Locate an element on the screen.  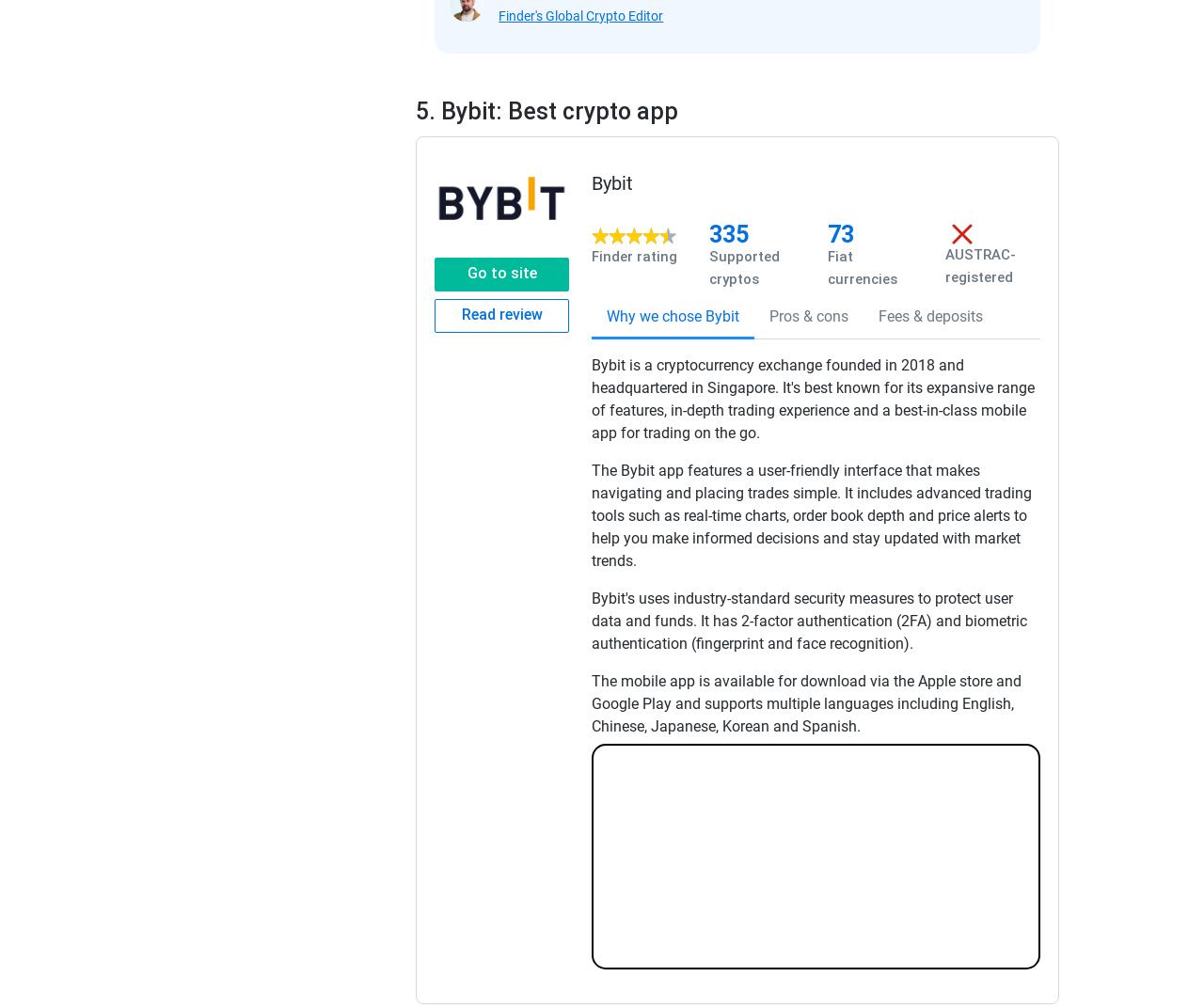
'Fees & deposits' is located at coordinates (930, 314).